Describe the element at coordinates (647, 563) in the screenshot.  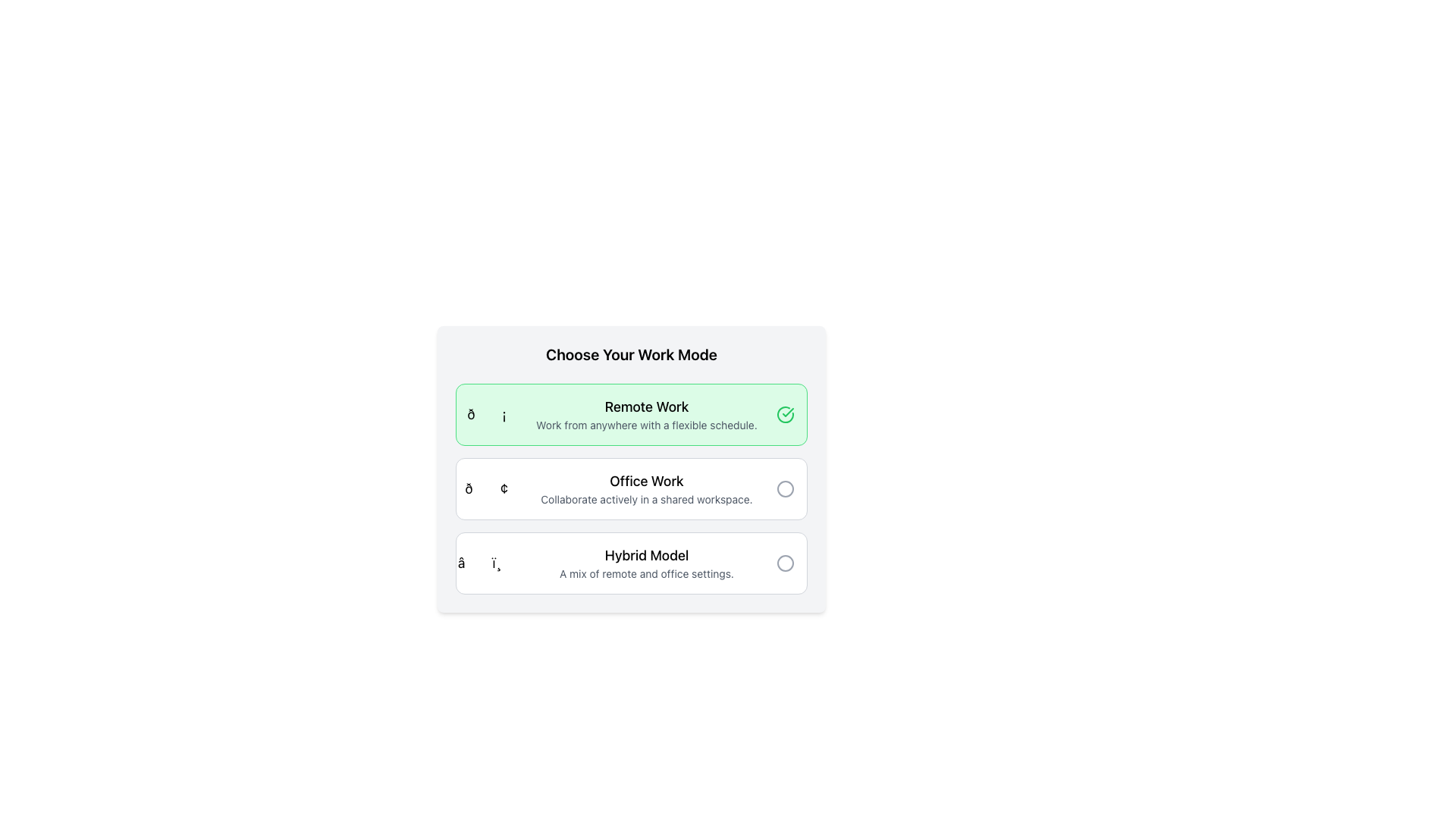
I see `text element titled 'Hybrid Model' which is the third option in the vertical list of work modes, located below 'Office Work'` at that location.